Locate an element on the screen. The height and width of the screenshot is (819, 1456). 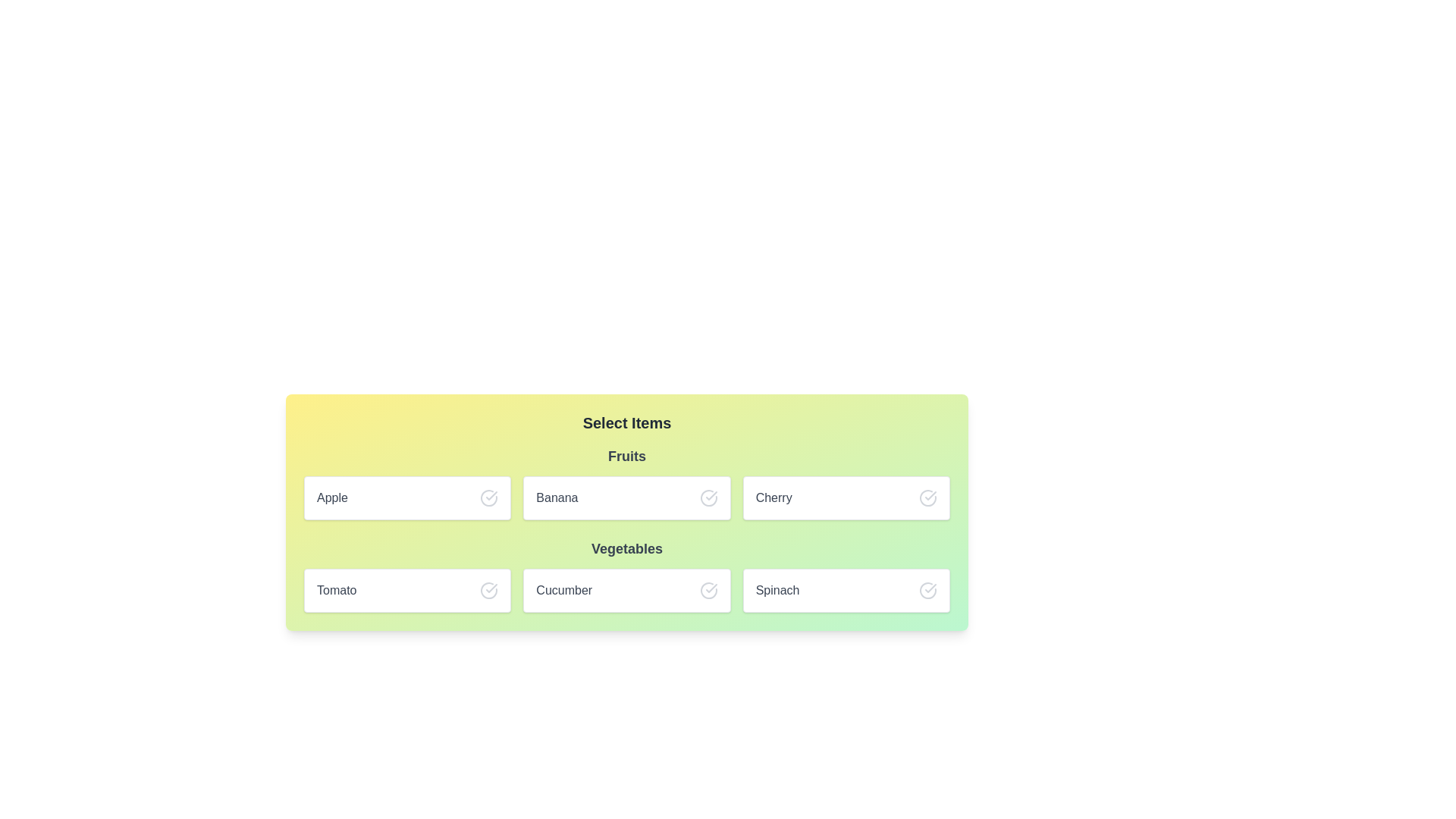
the confirmation icon indicating the 'Tomato' selection in the second row of the selection grid is located at coordinates (491, 587).